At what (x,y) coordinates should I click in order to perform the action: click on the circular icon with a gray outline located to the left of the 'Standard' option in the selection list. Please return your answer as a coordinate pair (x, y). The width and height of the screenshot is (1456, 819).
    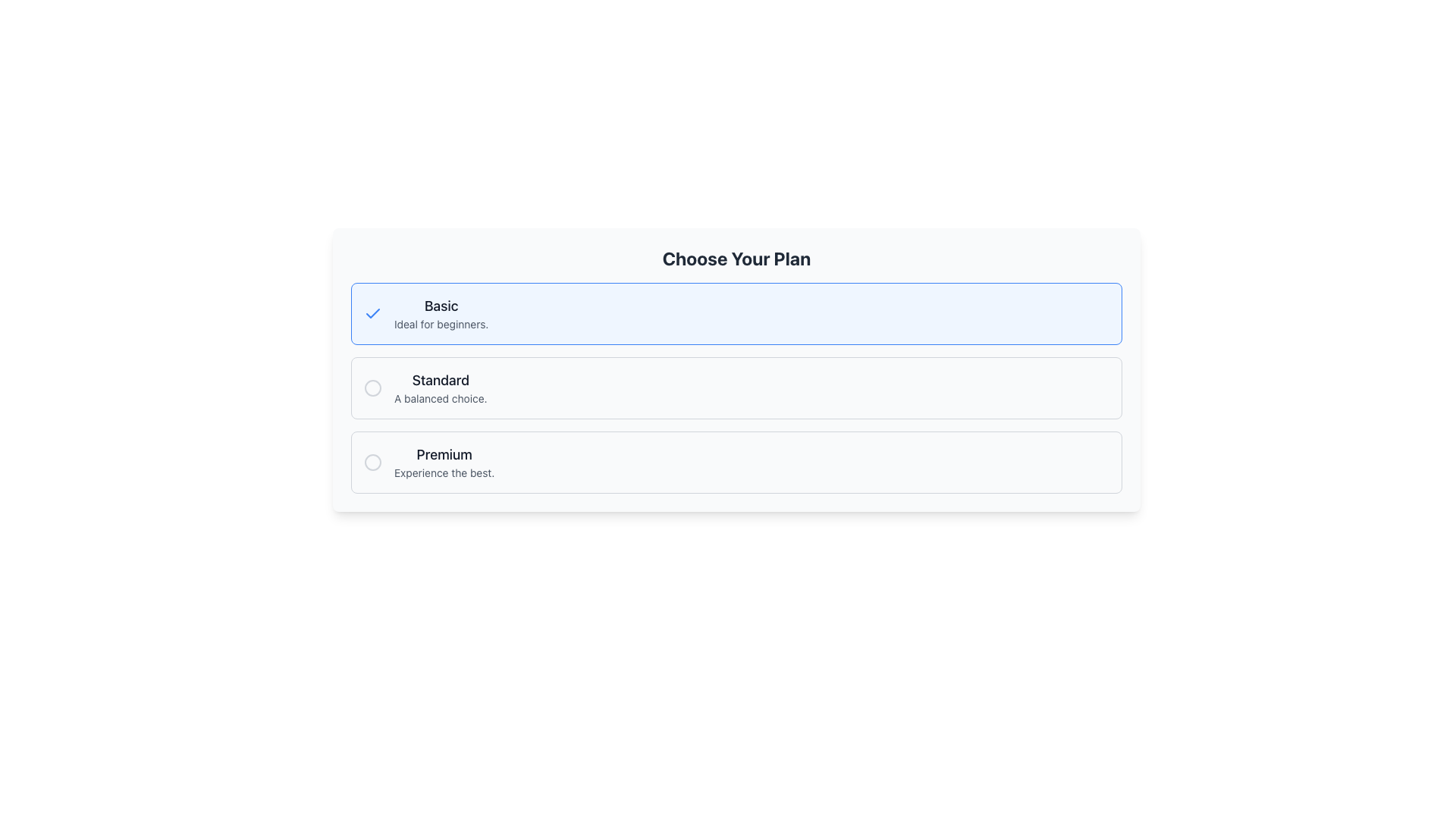
    Looking at the image, I should click on (372, 388).